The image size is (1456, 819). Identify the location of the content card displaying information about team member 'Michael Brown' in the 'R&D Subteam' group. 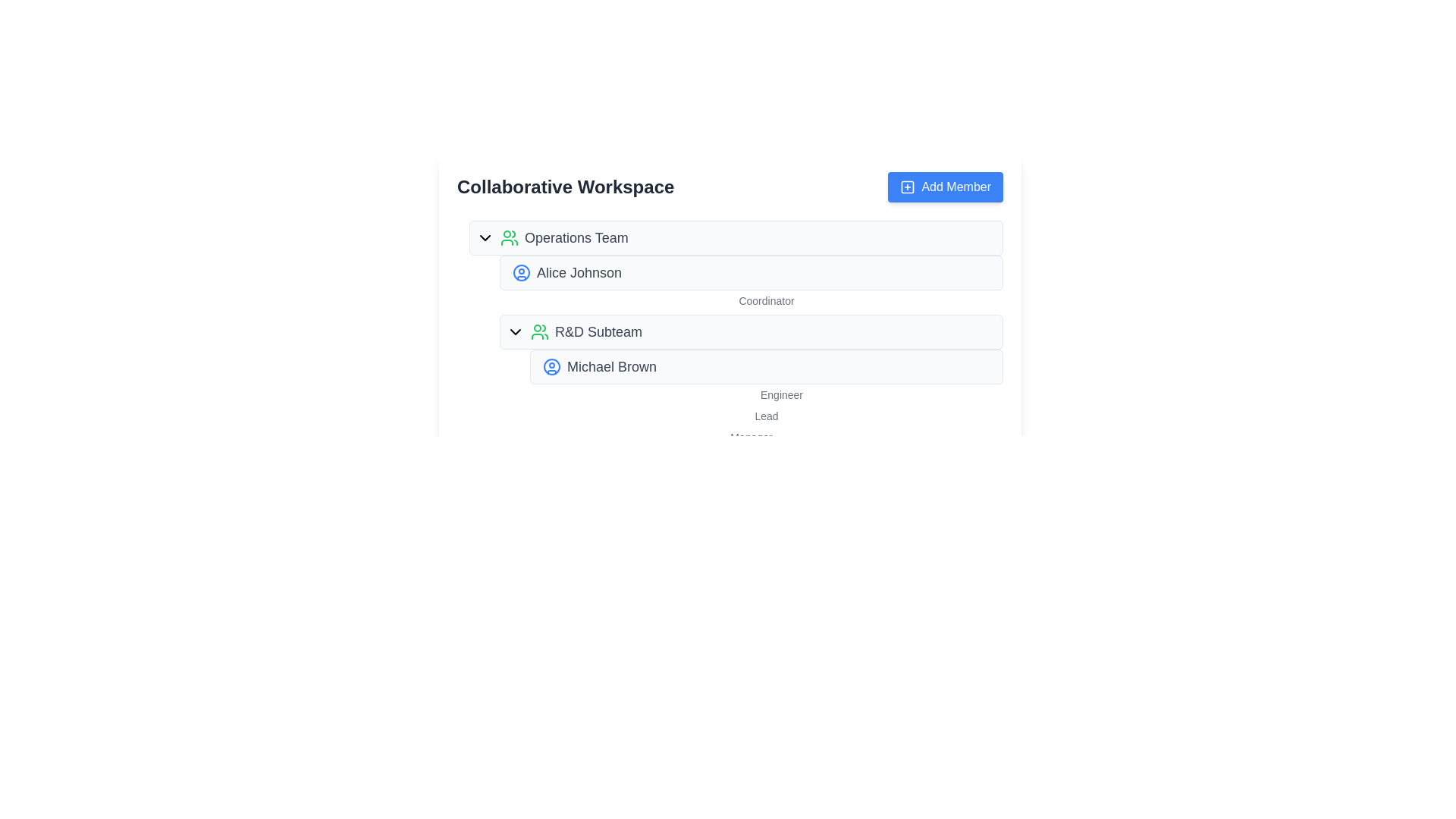
(751, 369).